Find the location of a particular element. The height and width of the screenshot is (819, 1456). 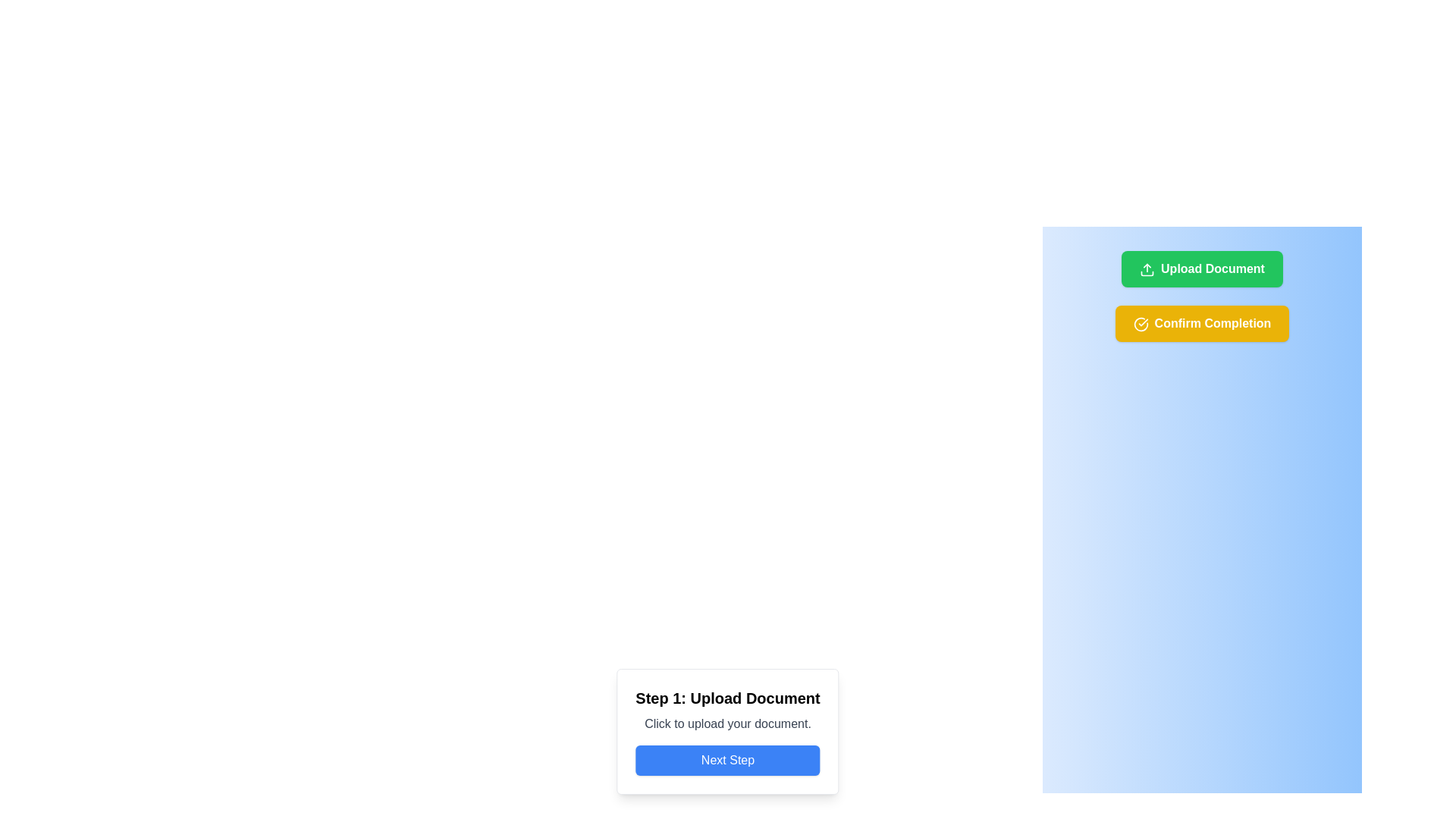

the instructional text label guiding the user to click for uploading a document, which is located below the title 'Step 1: Upload Document' and above the blue 'Next Step' button is located at coordinates (728, 723).